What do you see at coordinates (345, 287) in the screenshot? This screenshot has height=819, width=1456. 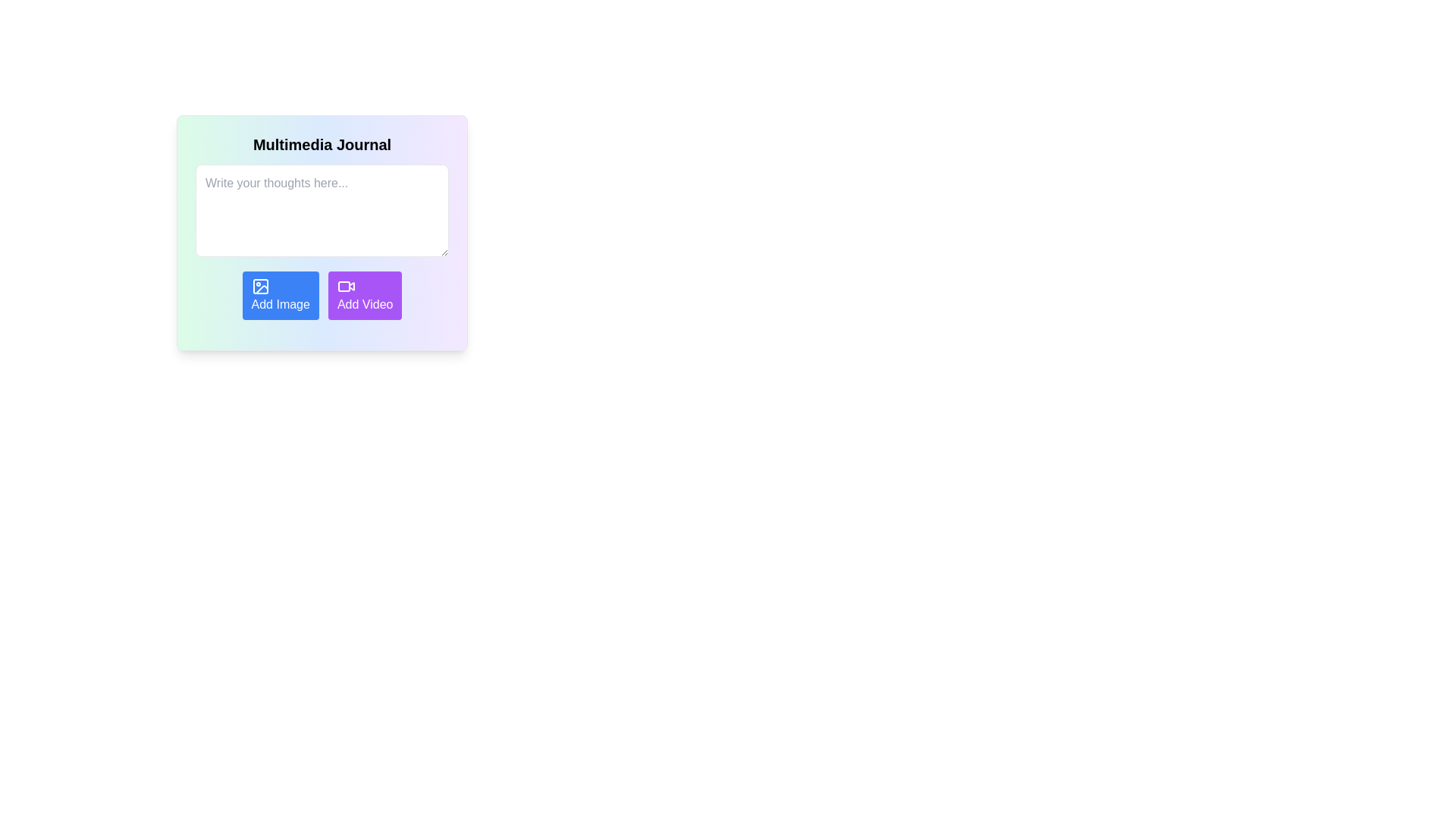 I see `the purple 'Add Video' button that contains the minimalistic video icon` at bounding box center [345, 287].